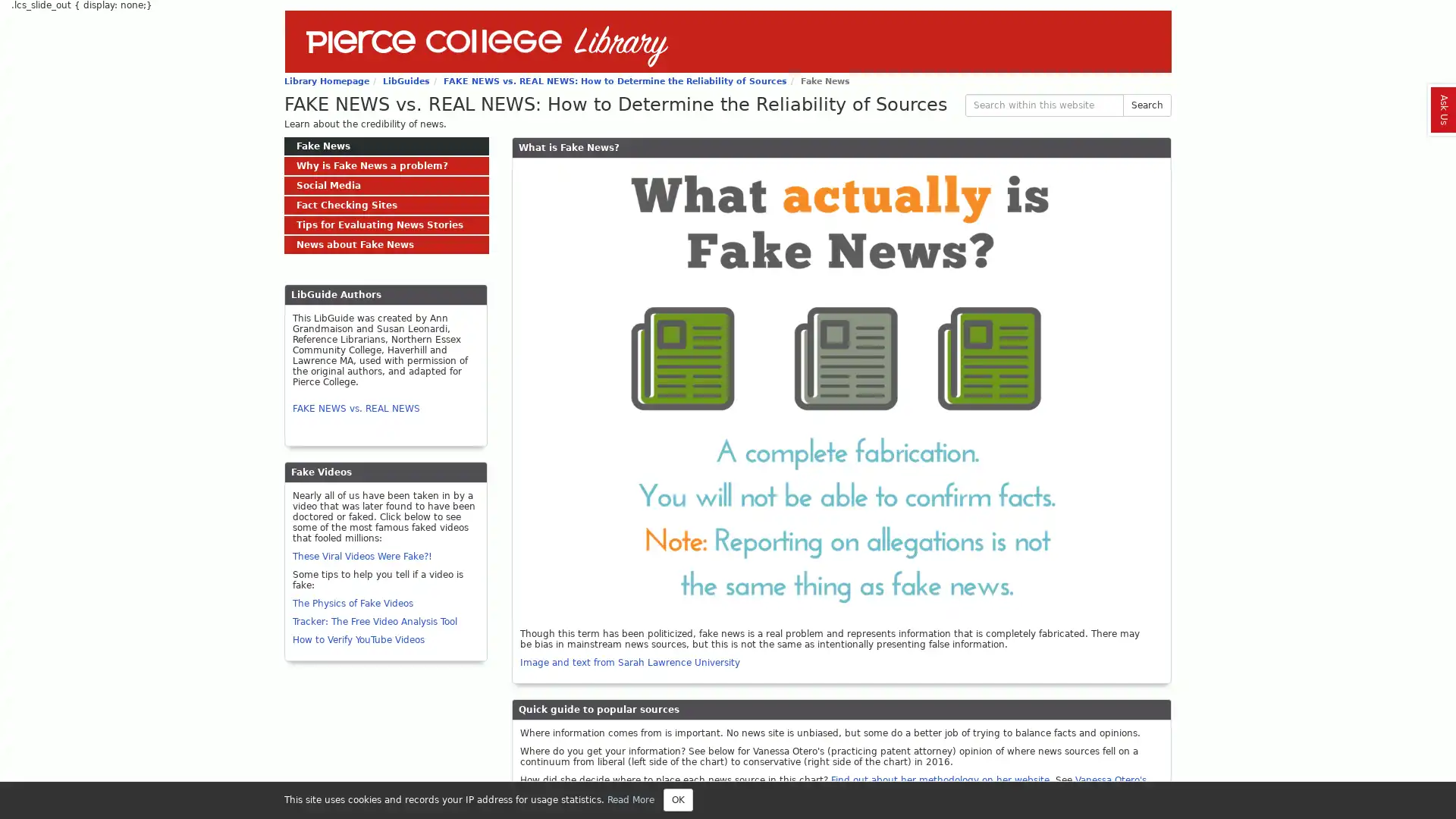  What do you see at coordinates (677, 799) in the screenshot?
I see `Close` at bounding box center [677, 799].